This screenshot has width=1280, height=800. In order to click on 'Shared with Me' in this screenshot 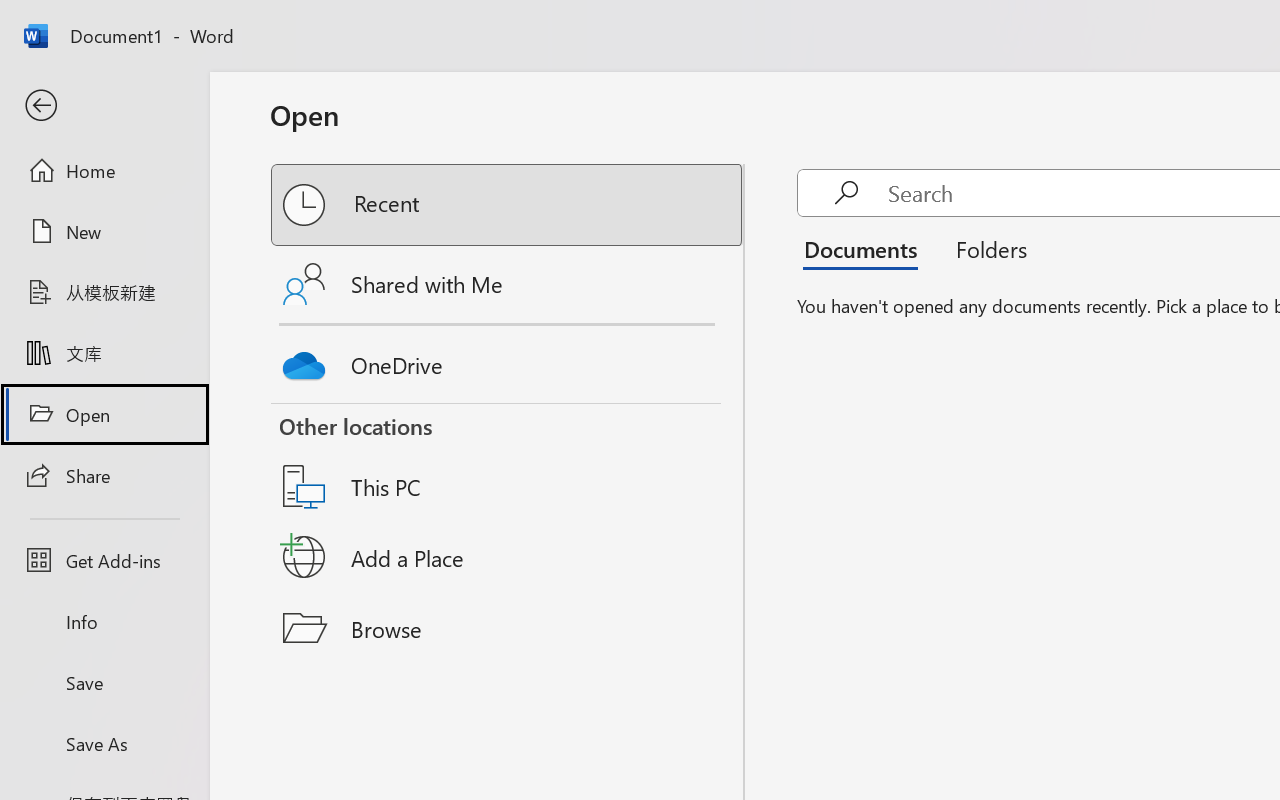, I will do `click(508, 284)`.